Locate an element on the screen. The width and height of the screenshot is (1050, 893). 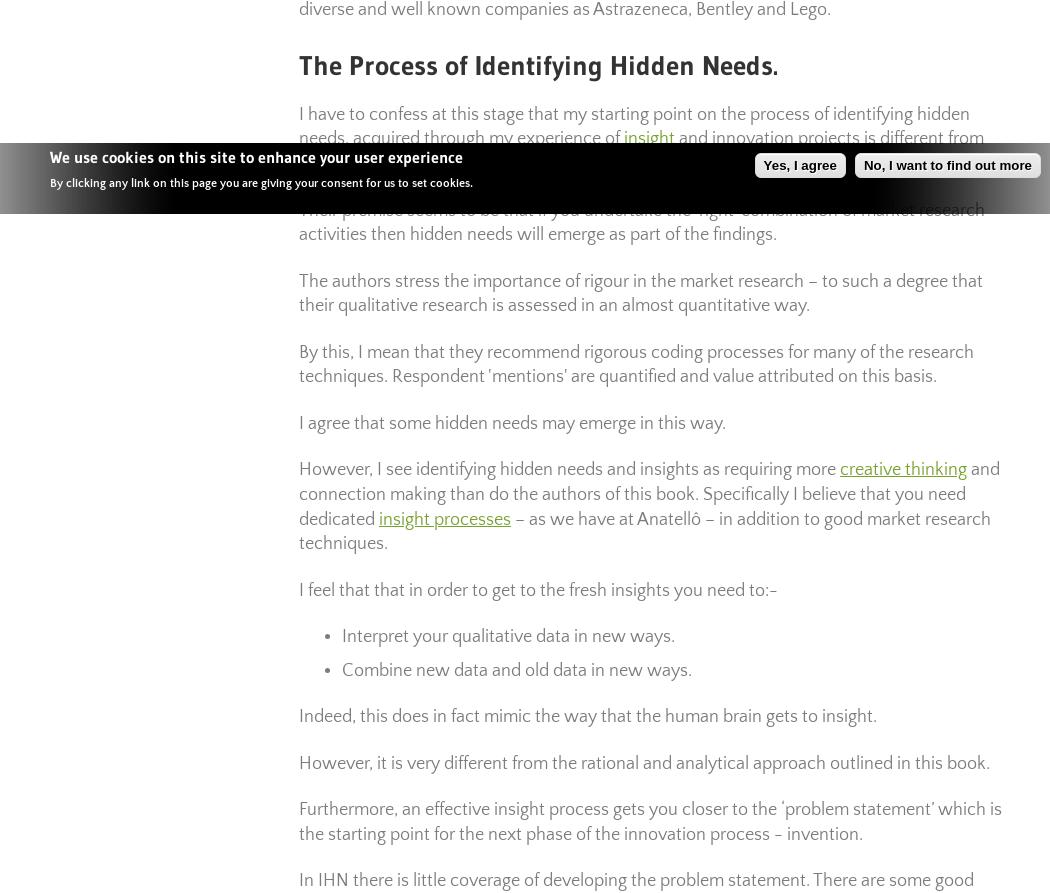
'However, it is very different from the rational and analytical approach outlined in this book.' is located at coordinates (643, 761).